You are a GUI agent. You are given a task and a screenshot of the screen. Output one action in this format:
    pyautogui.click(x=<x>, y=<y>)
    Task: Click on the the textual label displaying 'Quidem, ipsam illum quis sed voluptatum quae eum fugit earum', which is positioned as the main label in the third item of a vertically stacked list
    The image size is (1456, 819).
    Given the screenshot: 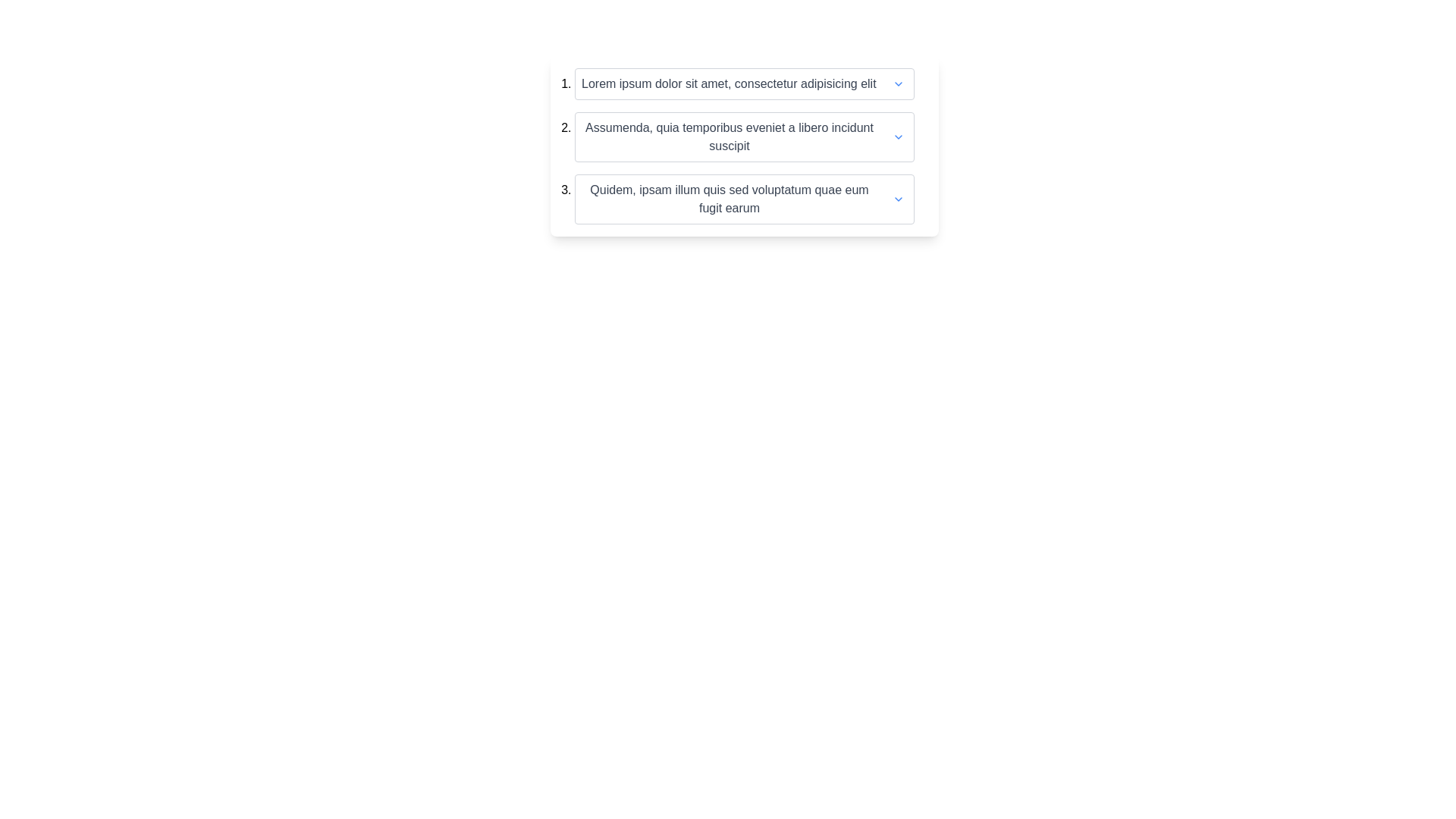 What is the action you would take?
    pyautogui.click(x=729, y=198)
    